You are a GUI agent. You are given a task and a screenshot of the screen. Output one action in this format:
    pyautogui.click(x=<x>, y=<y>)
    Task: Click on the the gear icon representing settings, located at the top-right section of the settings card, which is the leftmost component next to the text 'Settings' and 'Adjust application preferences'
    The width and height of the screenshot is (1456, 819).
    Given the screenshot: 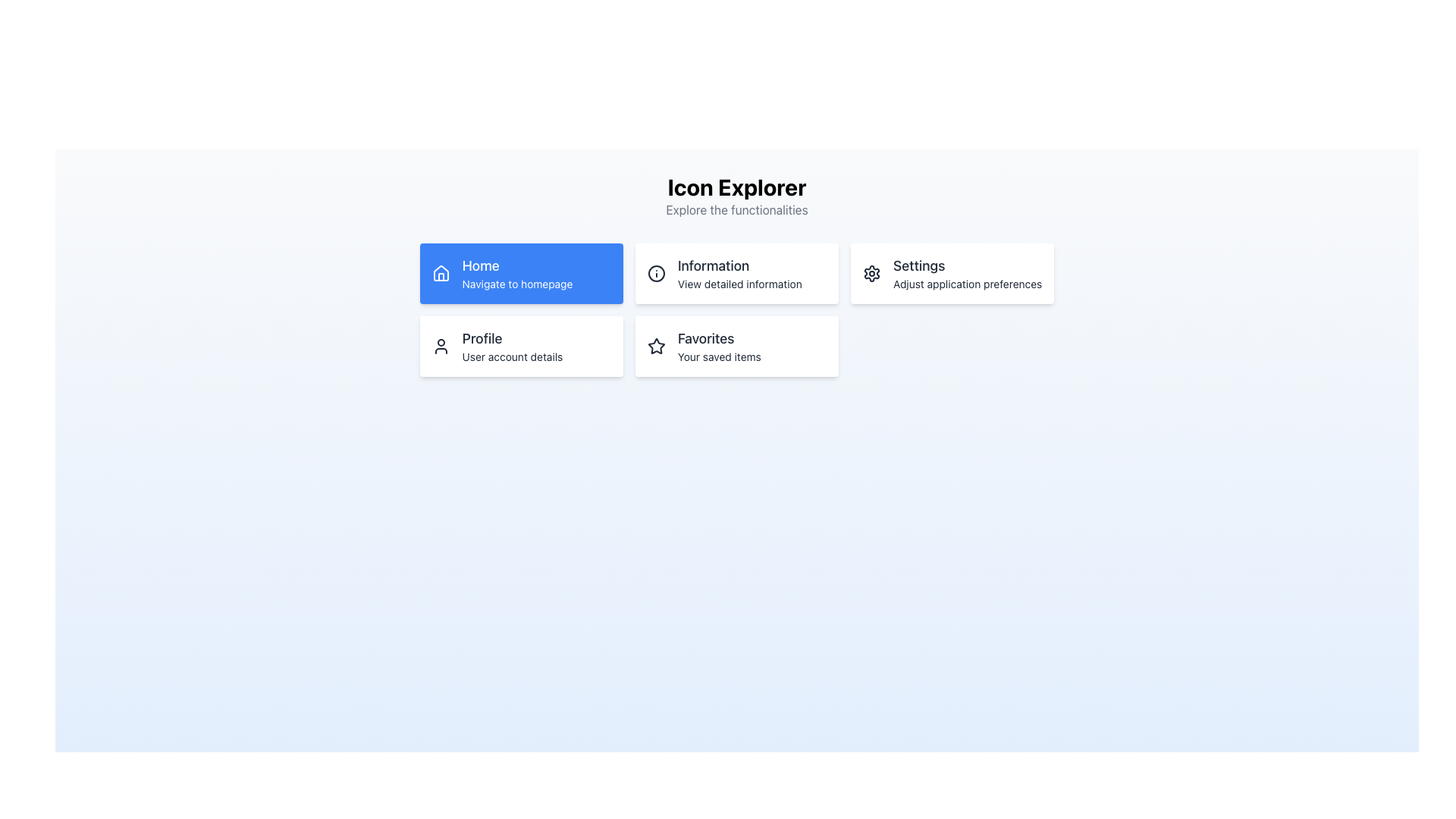 What is the action you would take?
    pyautogui.click(x=872, y=274)
    